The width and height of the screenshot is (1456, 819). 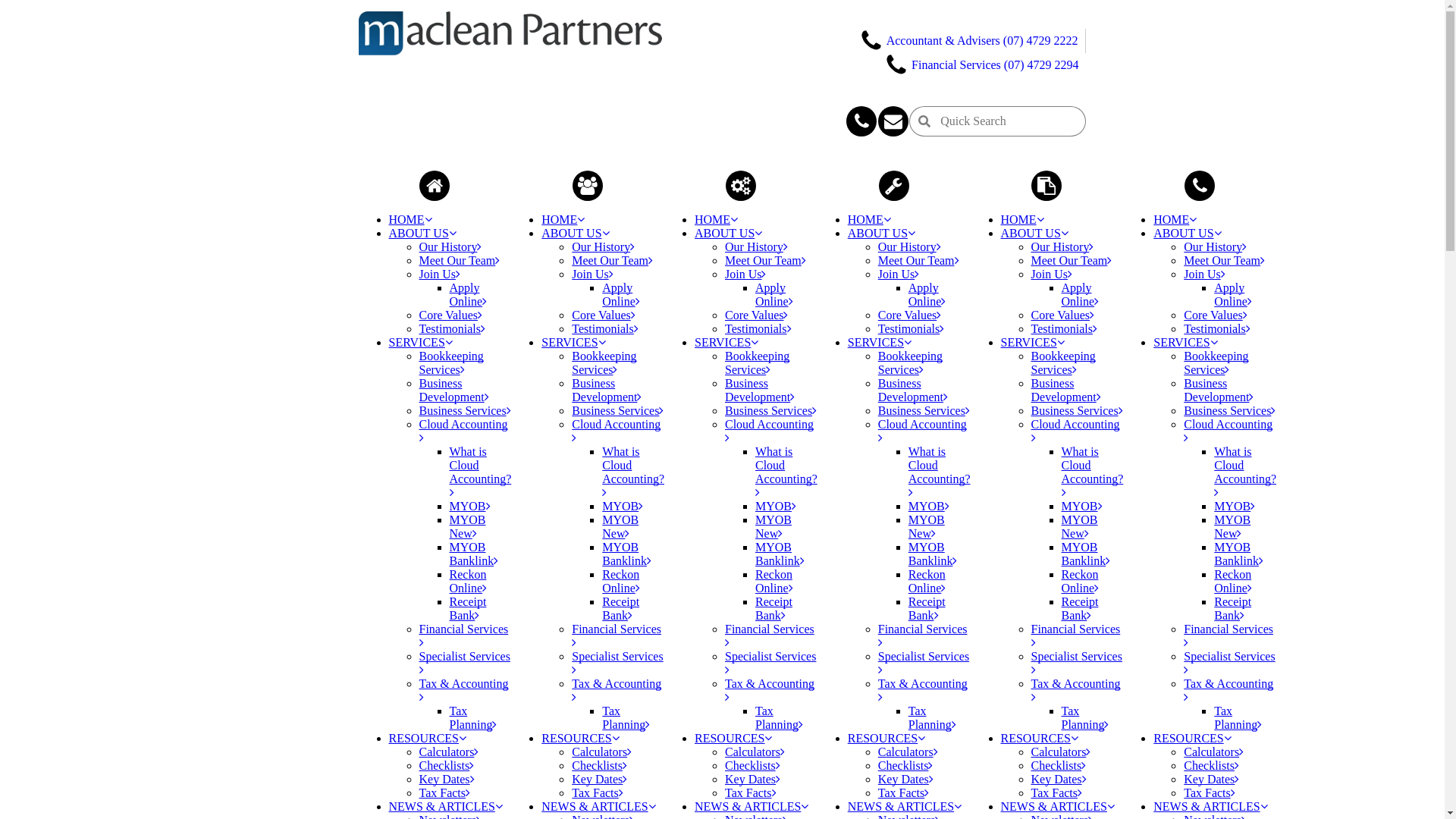 I want to click on 'MYOB Banklink', so click(x=755, y=554).